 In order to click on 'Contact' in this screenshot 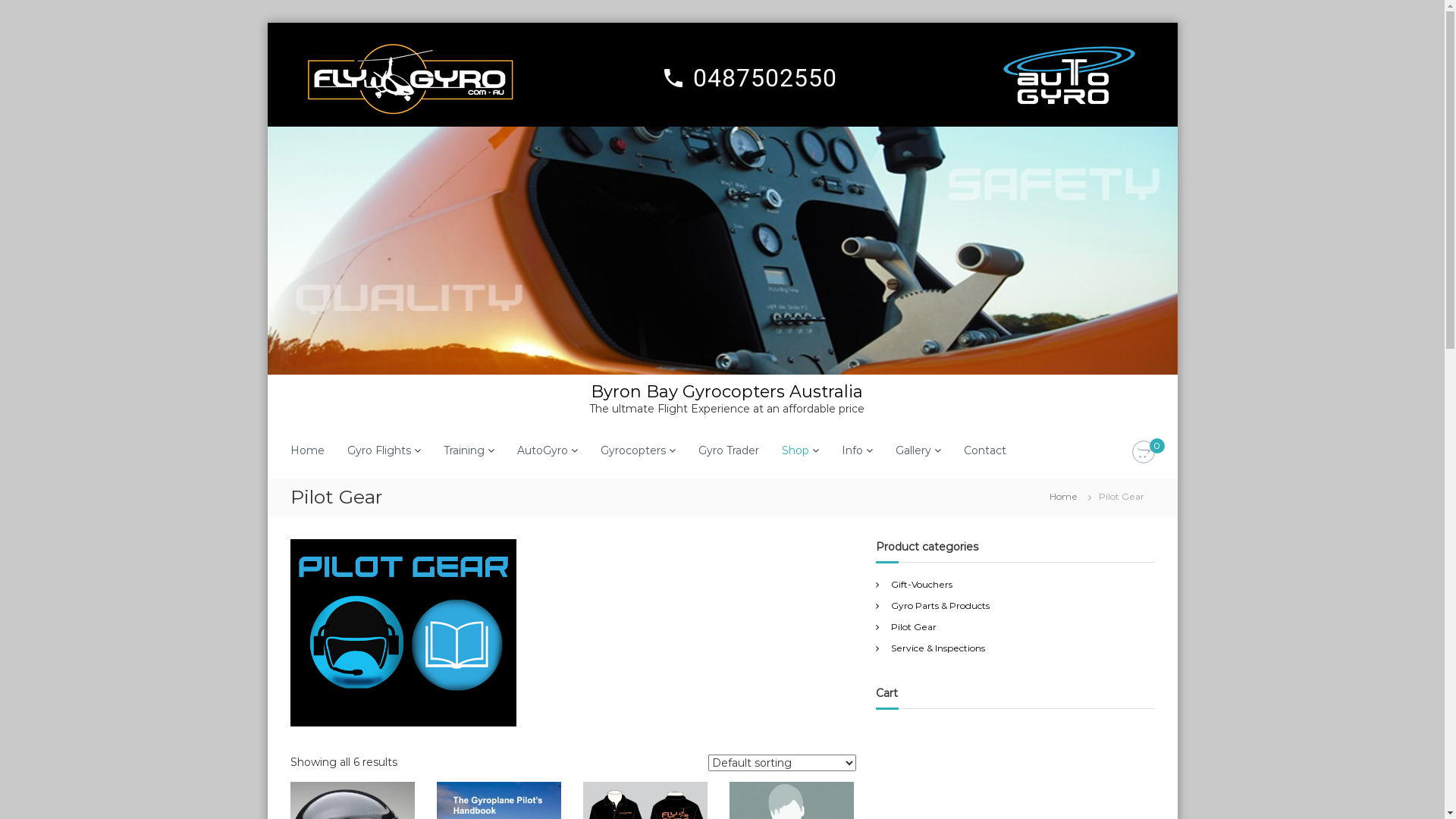, I will do `click(984, 450)`.